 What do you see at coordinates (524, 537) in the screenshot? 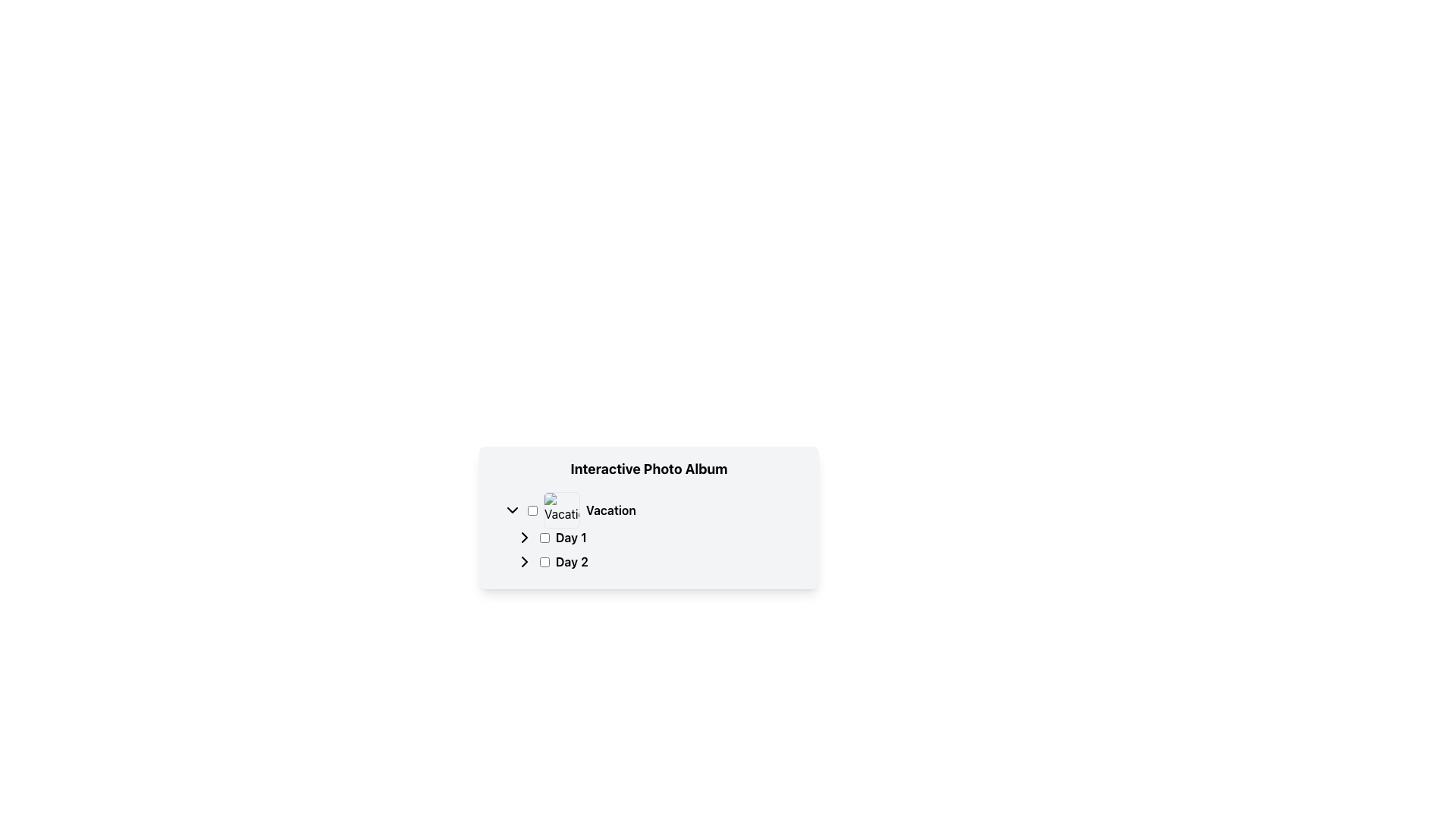
I see `the right-facing chevron arrow icon next to the 'Day 1' label to indicate the focus state` at bounding box center [524, 537].